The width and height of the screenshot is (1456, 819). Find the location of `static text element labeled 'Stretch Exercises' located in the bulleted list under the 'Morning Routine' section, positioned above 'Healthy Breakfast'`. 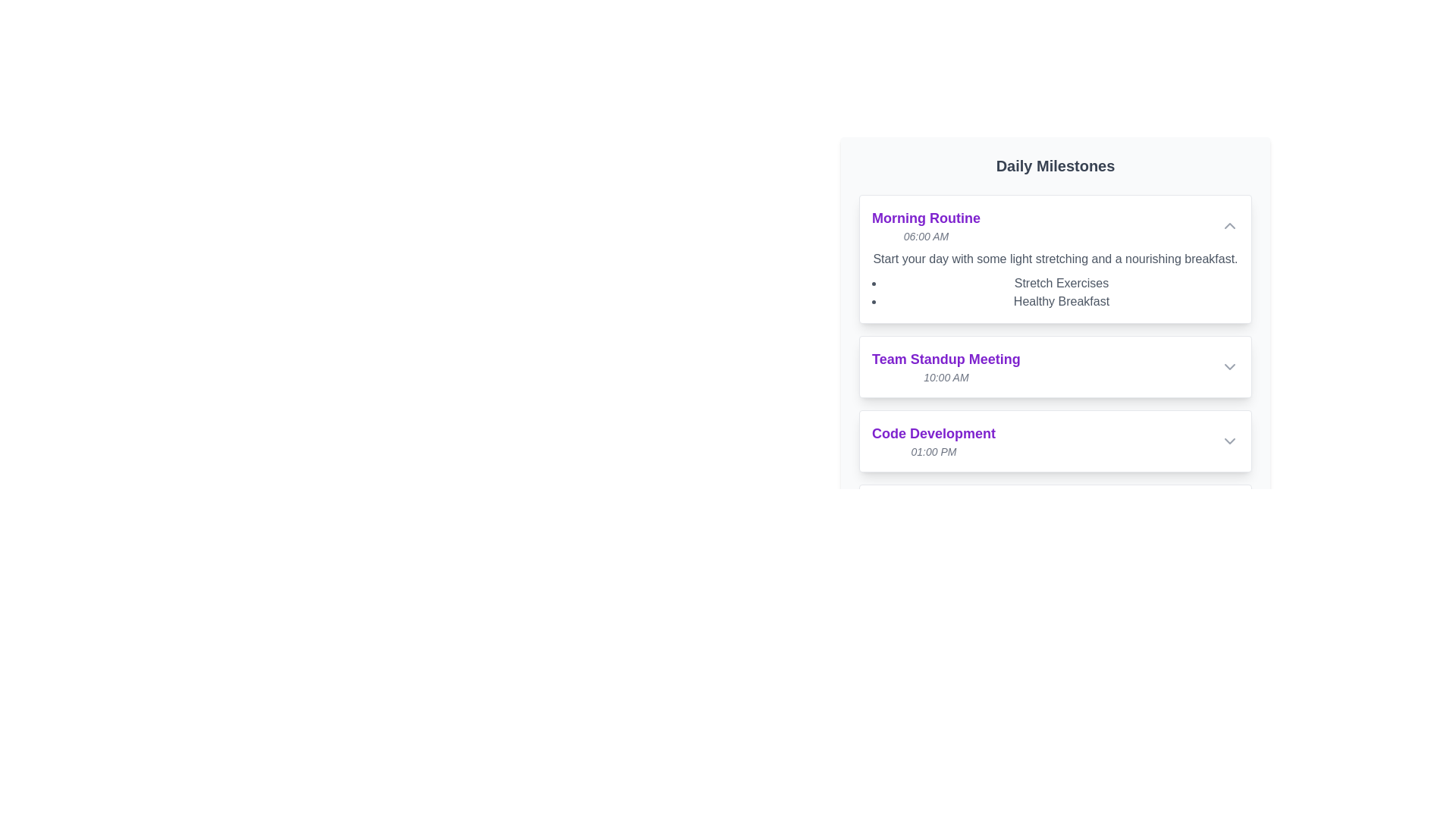

static text element labeled 'Stretch Exercises' located in the bulleted list under the 'Morning Routine' section, positioned above 'Healthy Breakfast' is located at coordinates (1061, 284).